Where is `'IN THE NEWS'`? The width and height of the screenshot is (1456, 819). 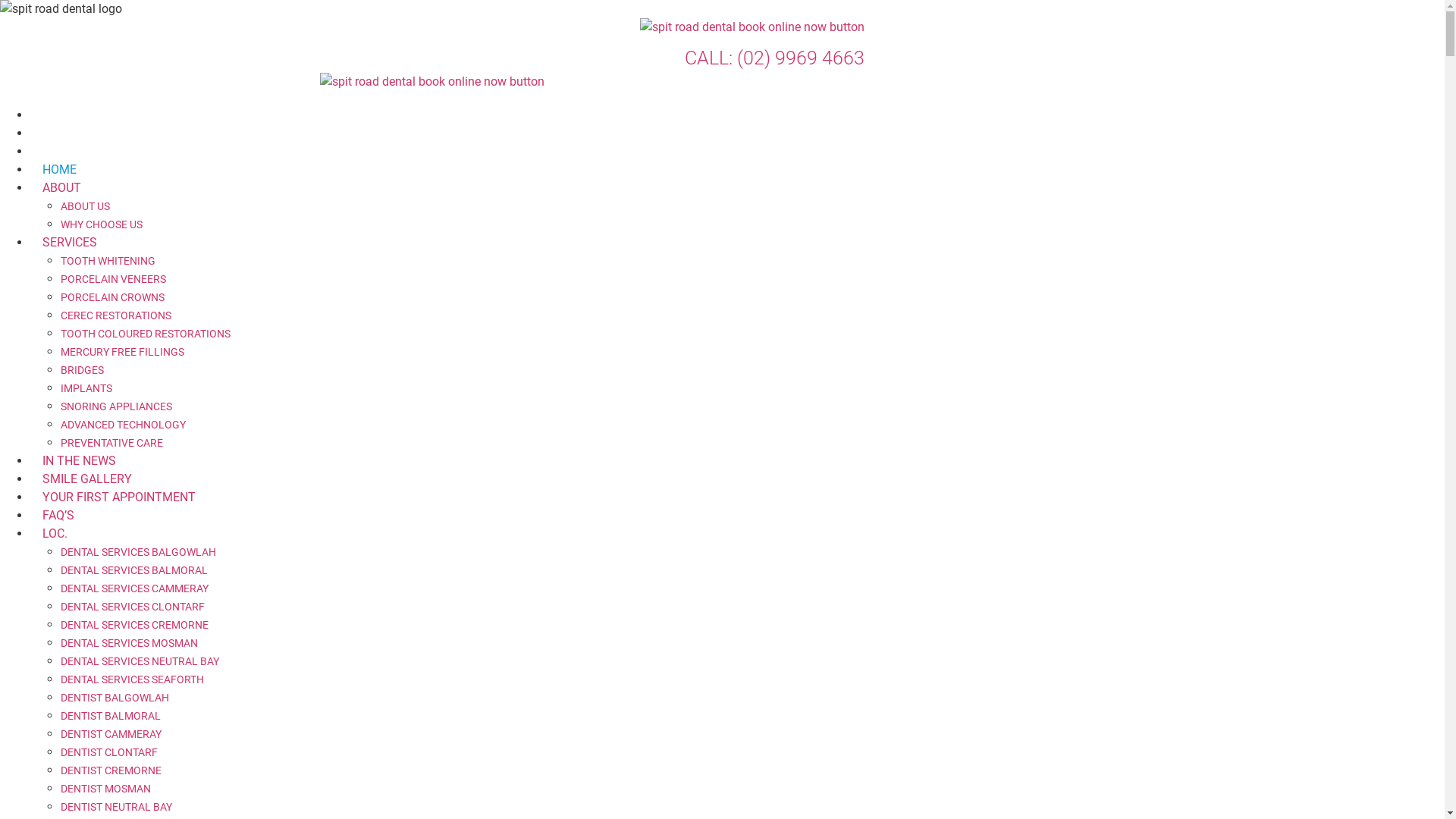
'IN THE NEWS' is located at coordinates (78, 460).